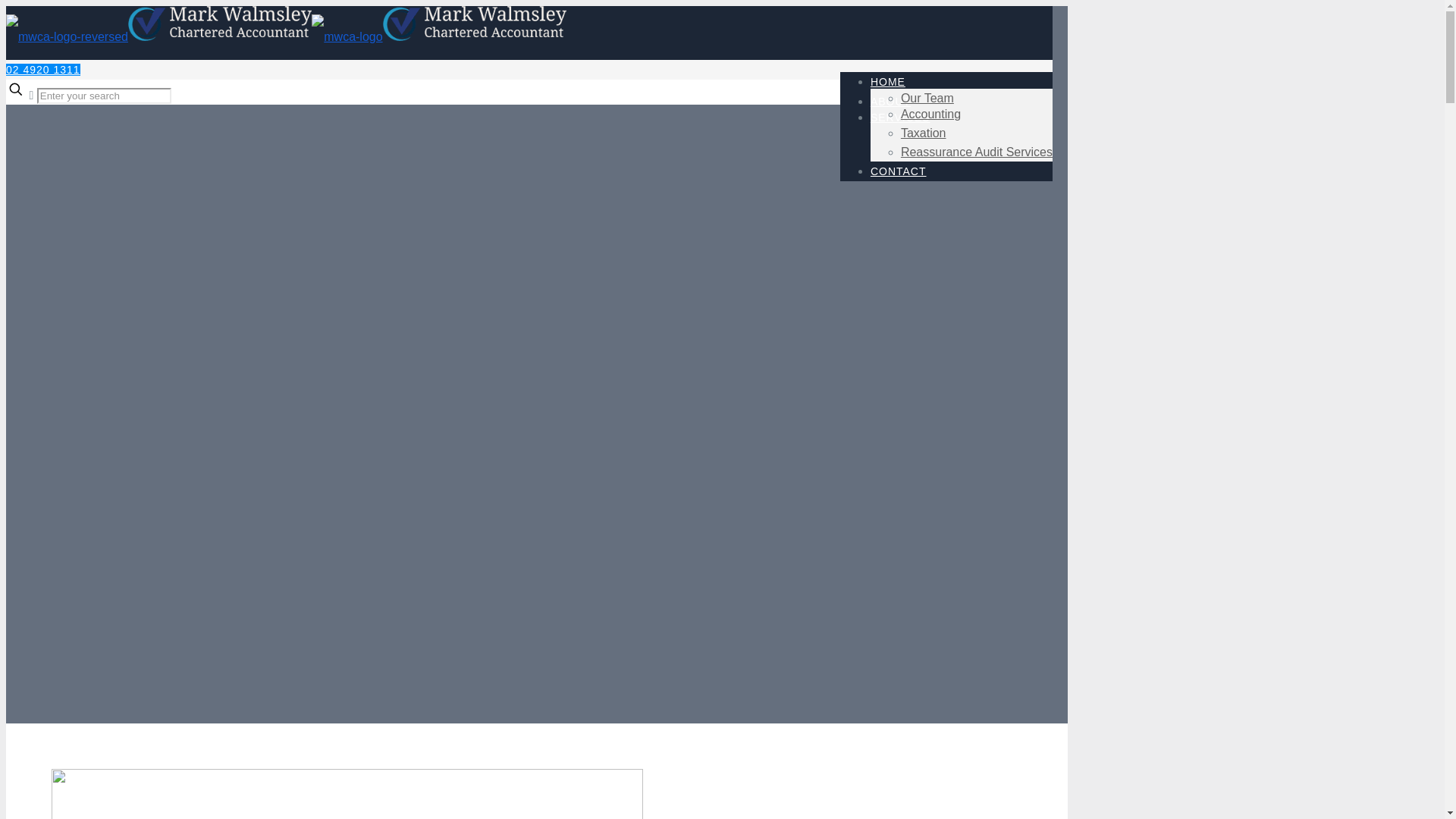 The width and height of the screenshot is (1456, 819). Describe the element at coordinates (899, 171) in the screenshot. I see `'CONTACT'` at that location.